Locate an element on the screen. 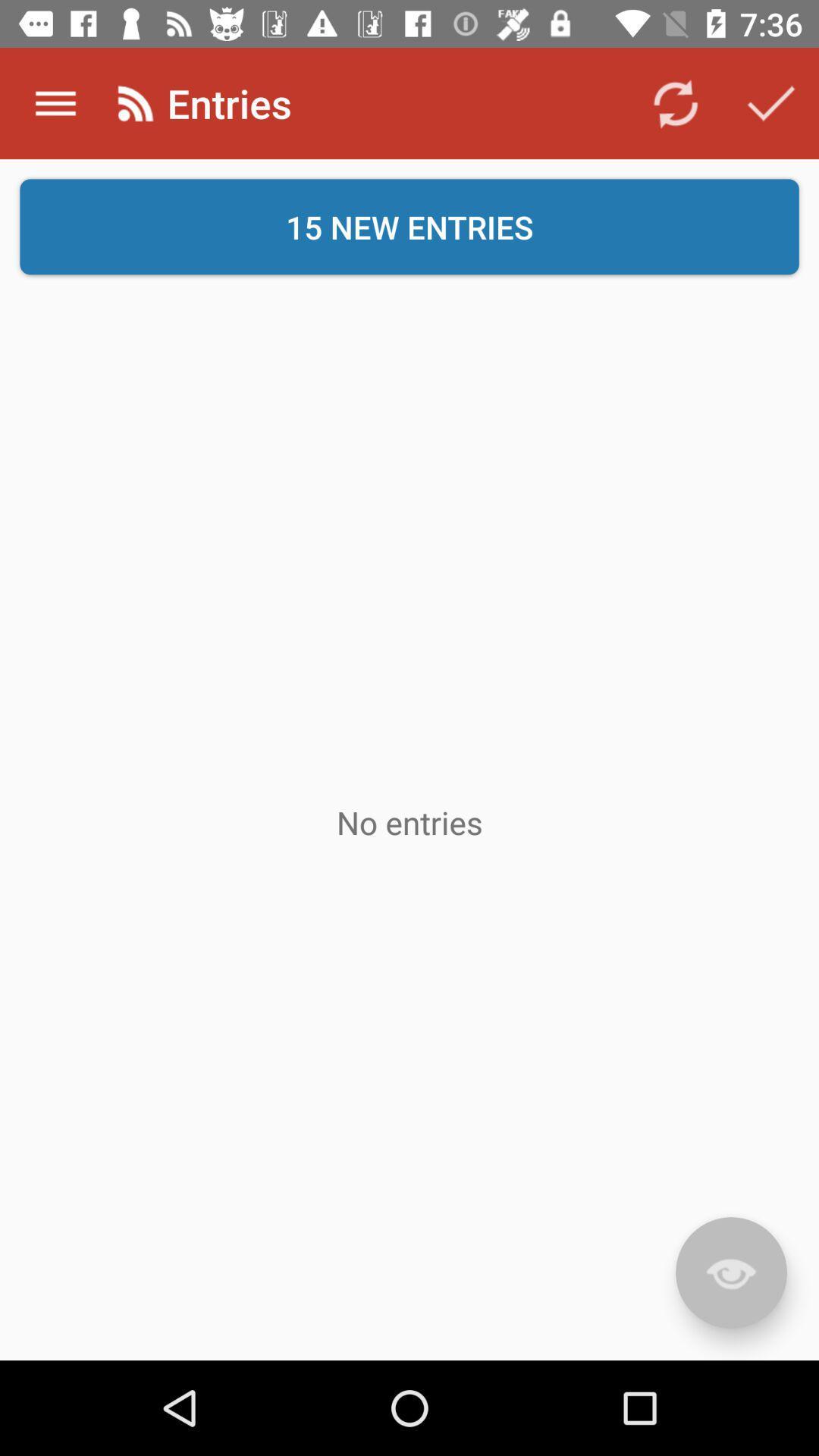 Image resolution: width=819 pixels, height=1456 pixels. item at the center is located at coordinates (409, 821).